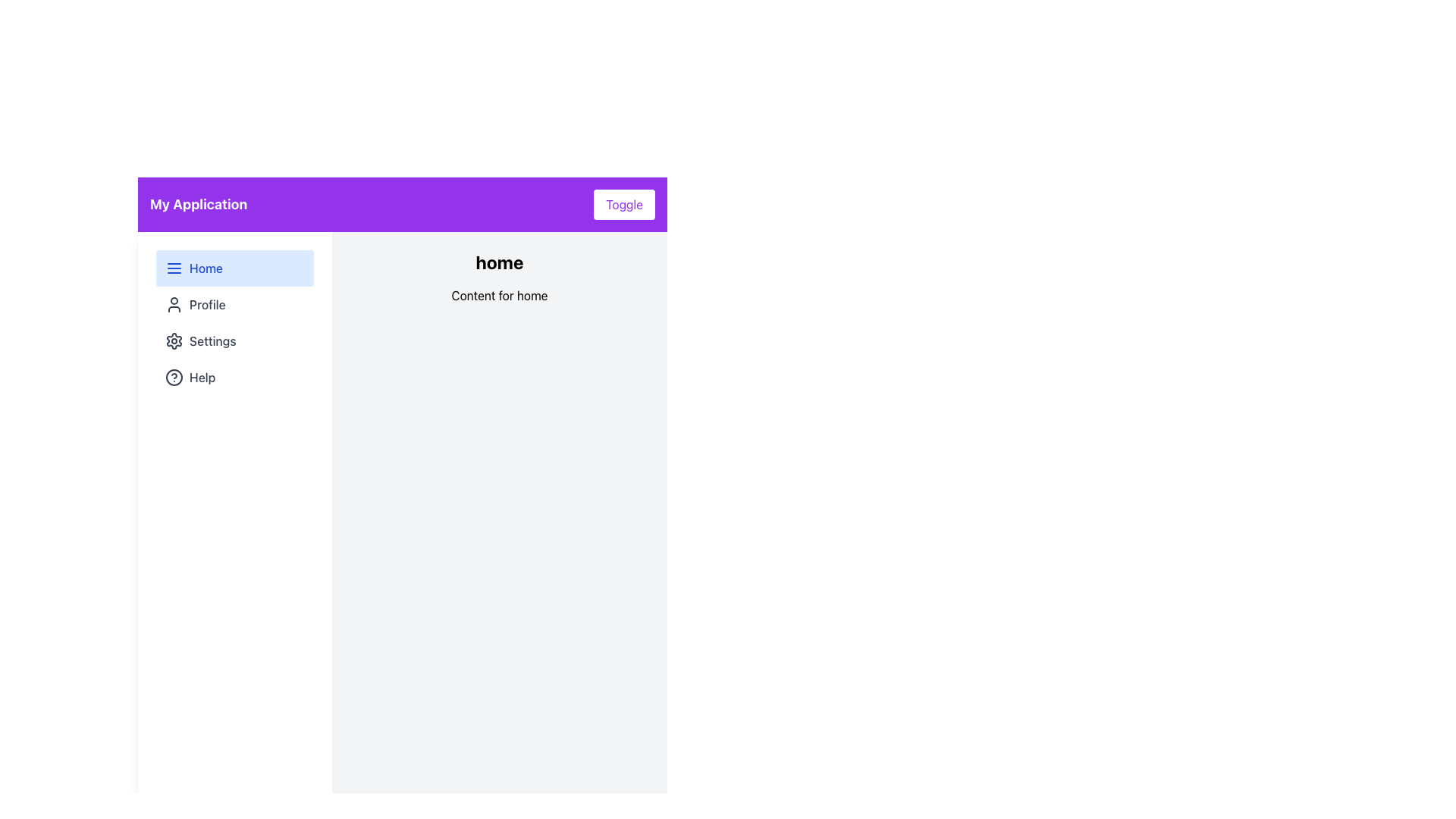 The image size is (1456, 819). I want to click on the menu icon element, so click(174, 268).